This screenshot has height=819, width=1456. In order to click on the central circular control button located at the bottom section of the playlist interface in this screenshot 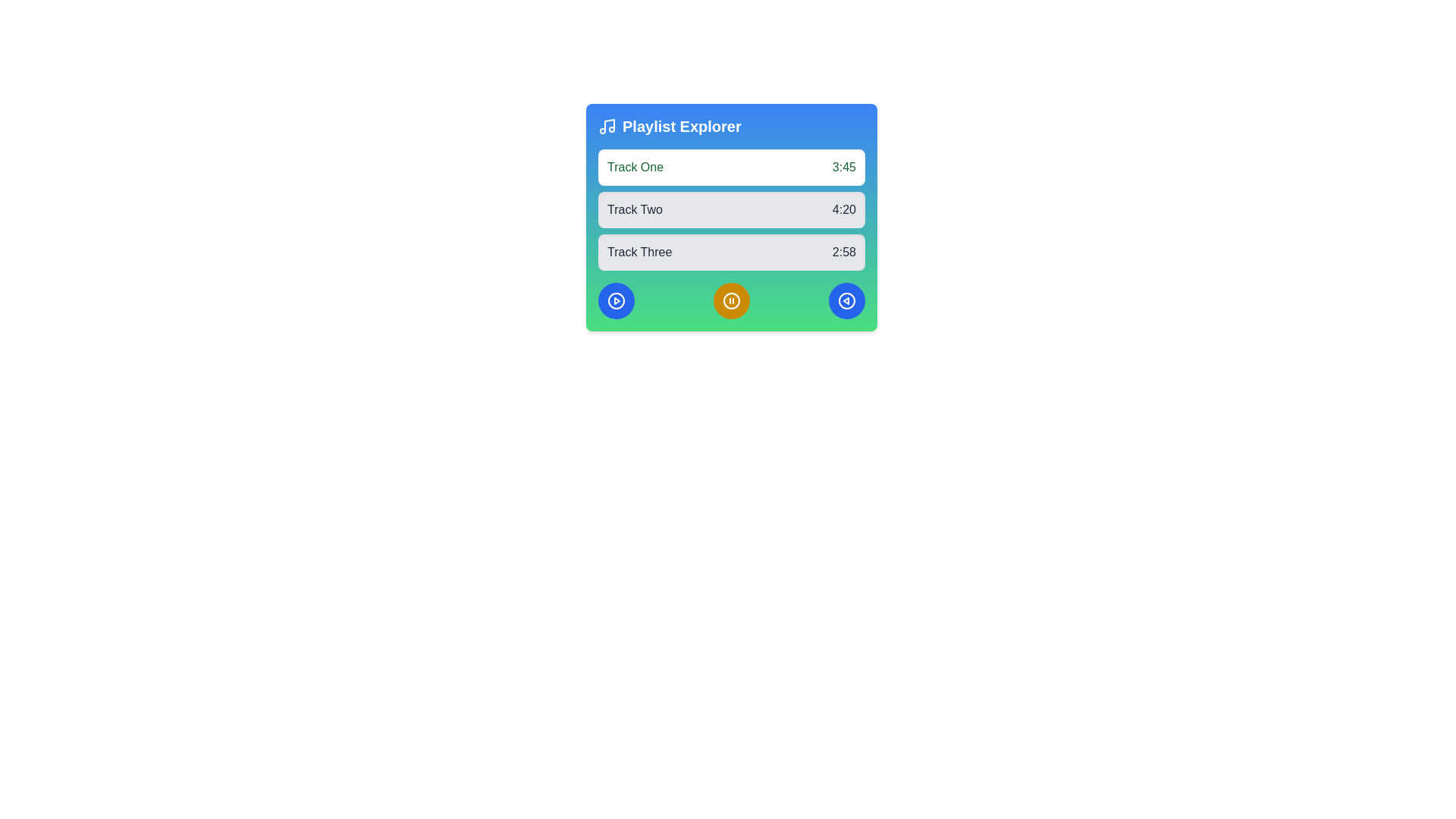, I will do `click(731, 301)`.